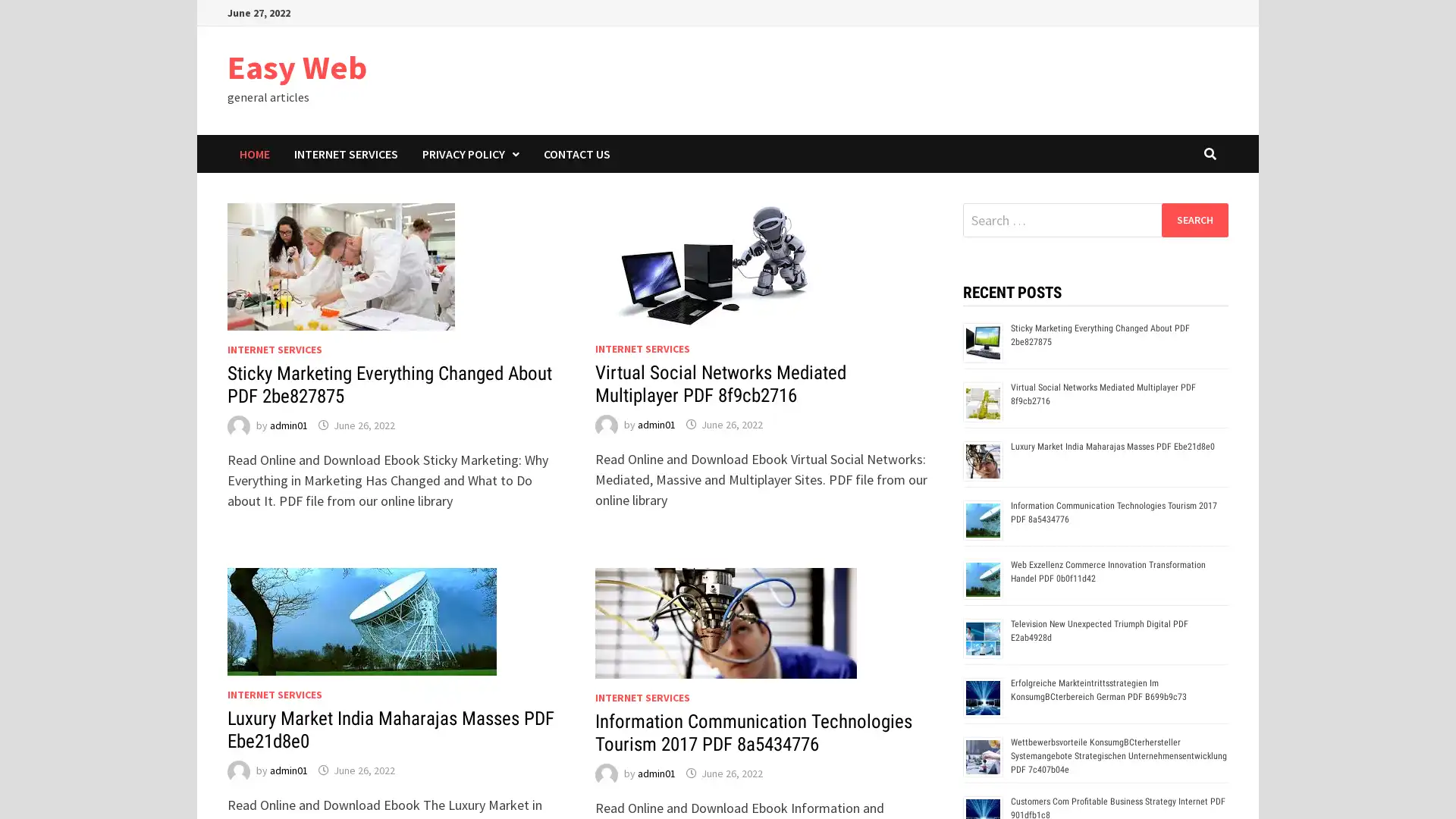 The width and height of the screenshot is (1456, 819). What do you see at coordinates (1194, 219) in the screenshot?
I see `Search` at bounding box center [1194, 219].